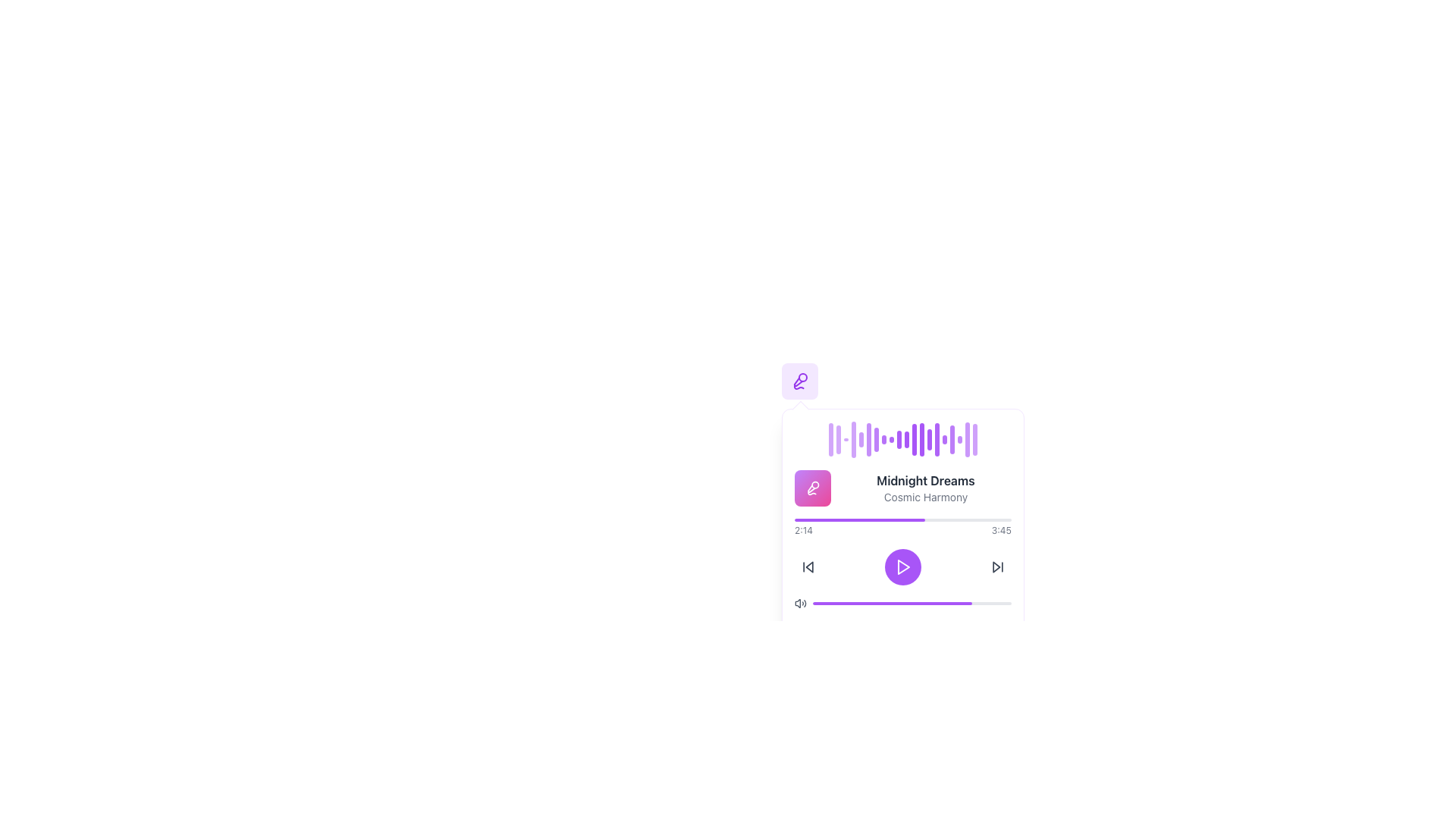  Describe the element at coordinates (924, 488) in the screenshot. I see `the text element that reads 'Midnight Dreams' in bold and dark lettering, which is styled with a smaller font and gray color for the second line 'Cosmic Harmony', located within a card interface beneath a decorative icon` at that location.